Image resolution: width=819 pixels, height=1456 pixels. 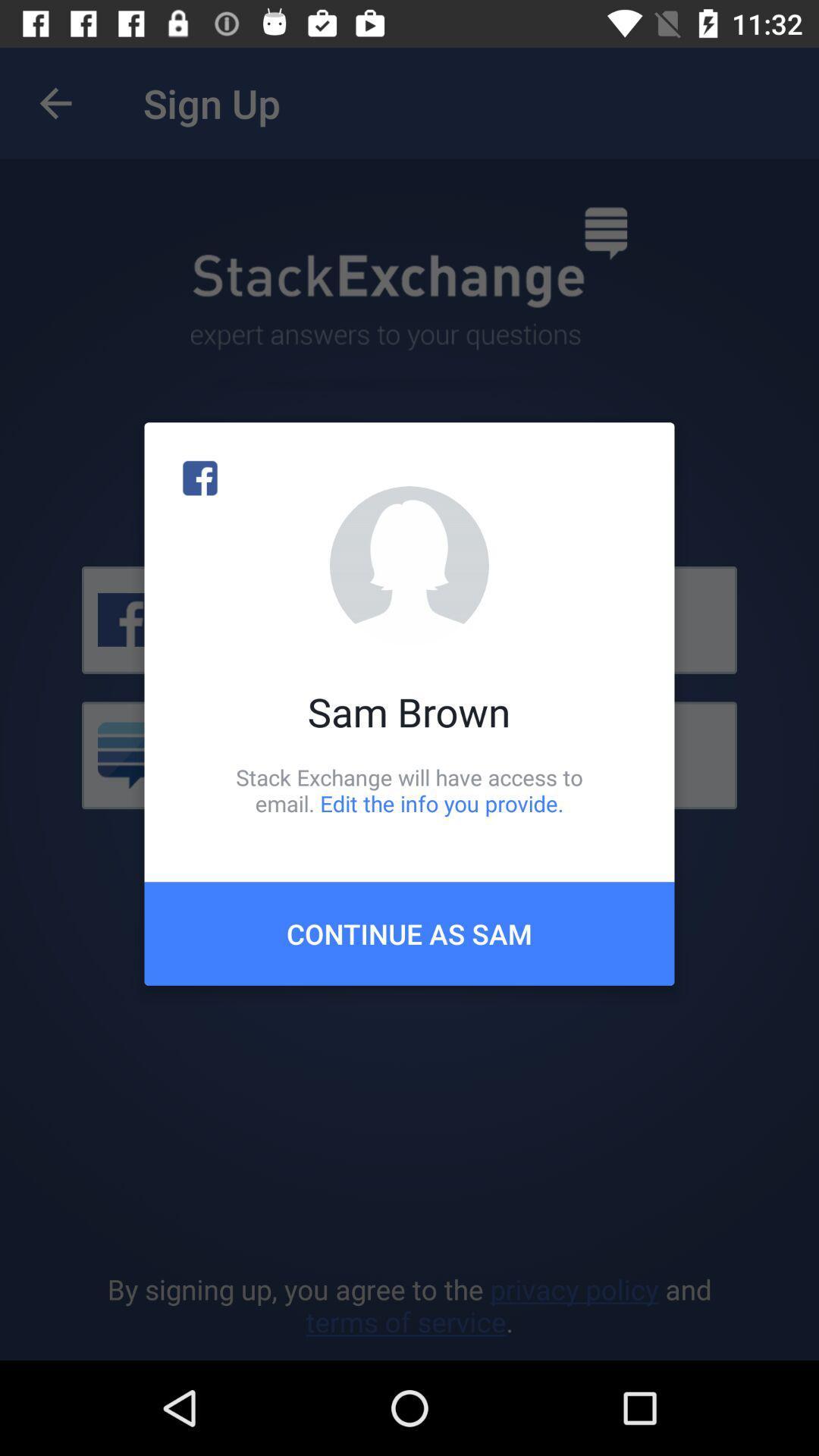 I want to click on stack exchange will icon, so click(x=409, y=789).